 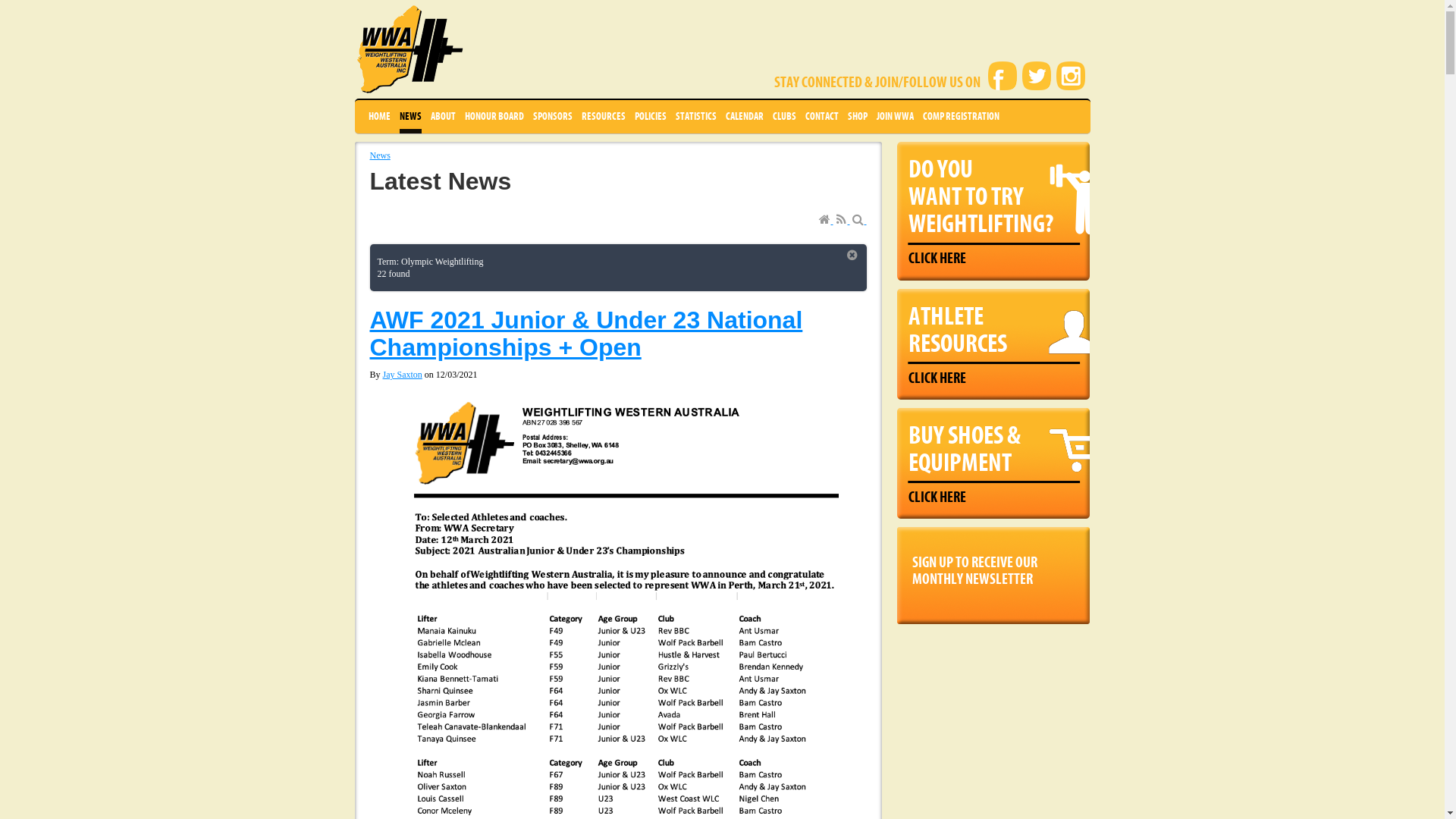 I want to click on 'RESOURCES', so click(x=602, y=116).